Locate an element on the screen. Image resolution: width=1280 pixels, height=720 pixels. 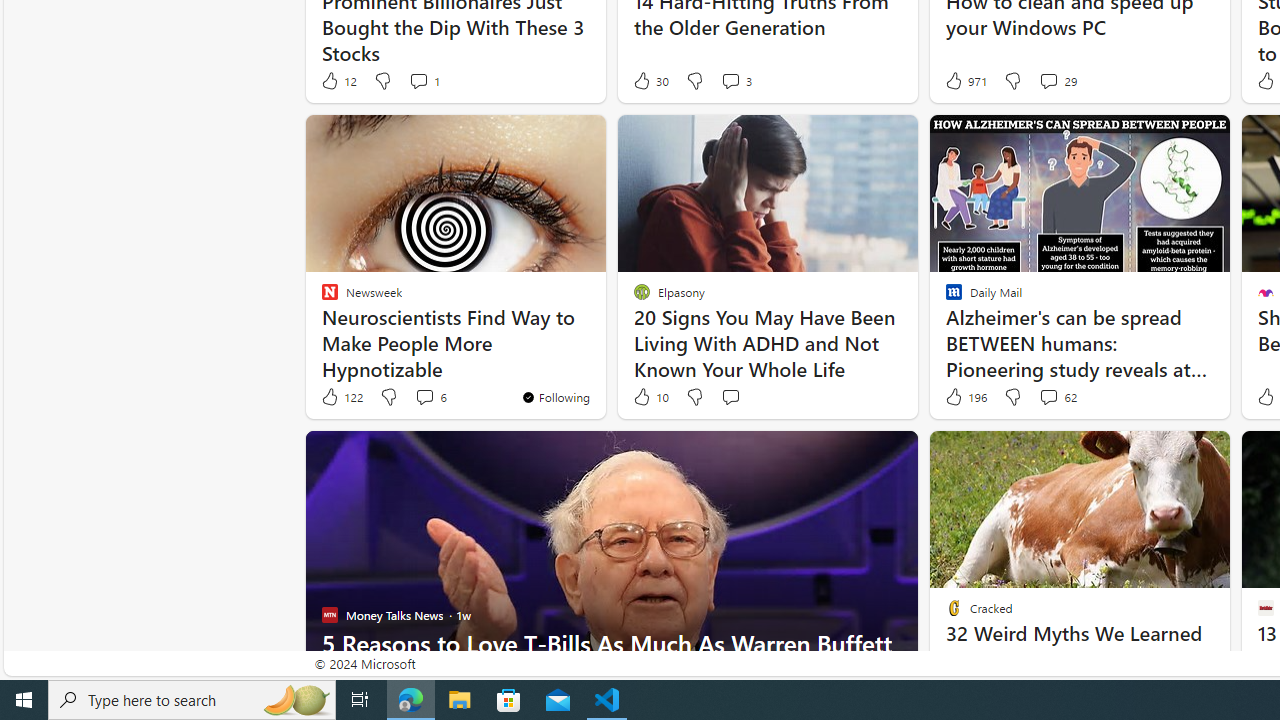
'30 Like' is located at coordinates (650, 80).